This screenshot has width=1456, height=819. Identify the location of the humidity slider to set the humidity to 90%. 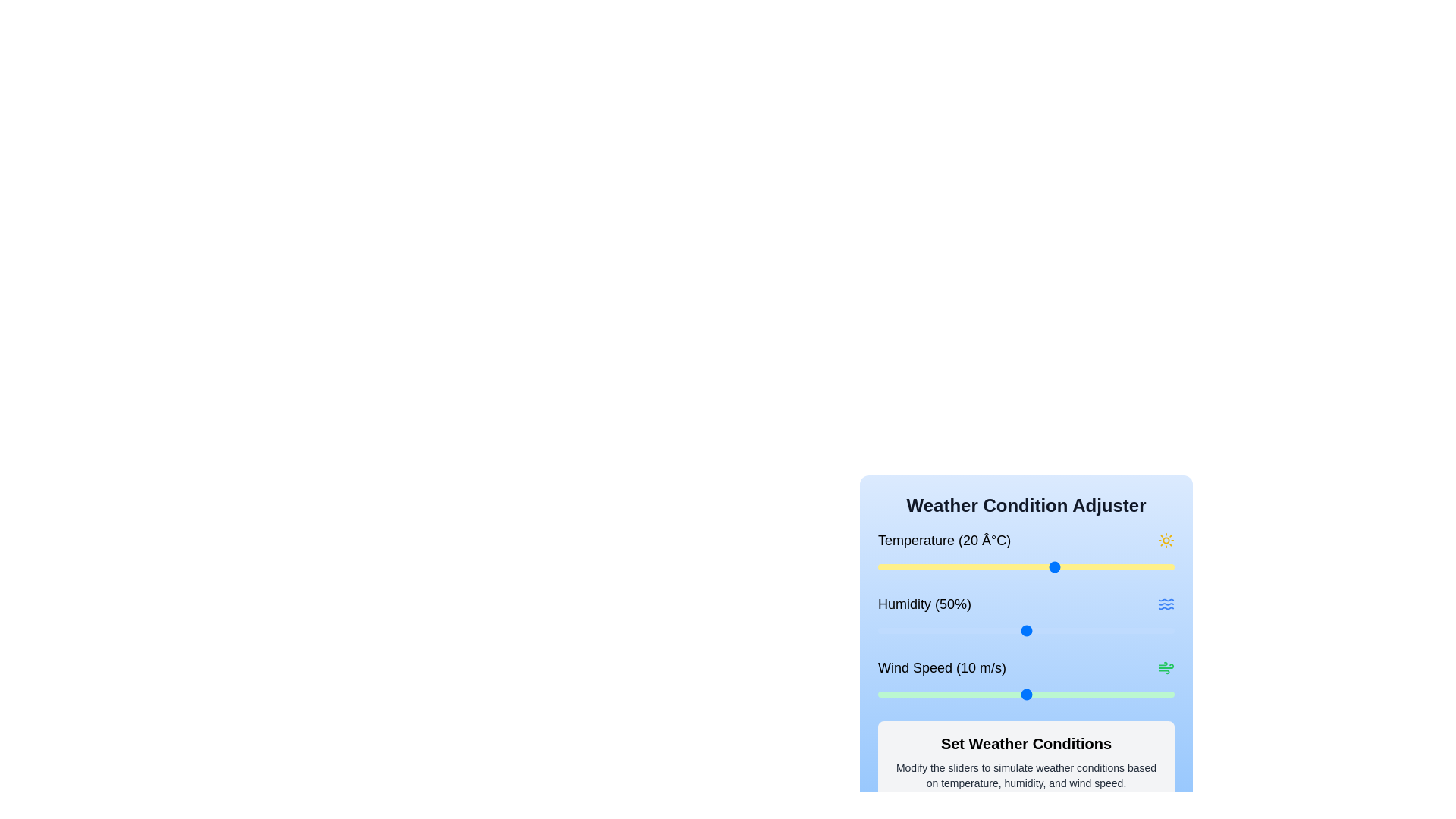
(1144, 631).